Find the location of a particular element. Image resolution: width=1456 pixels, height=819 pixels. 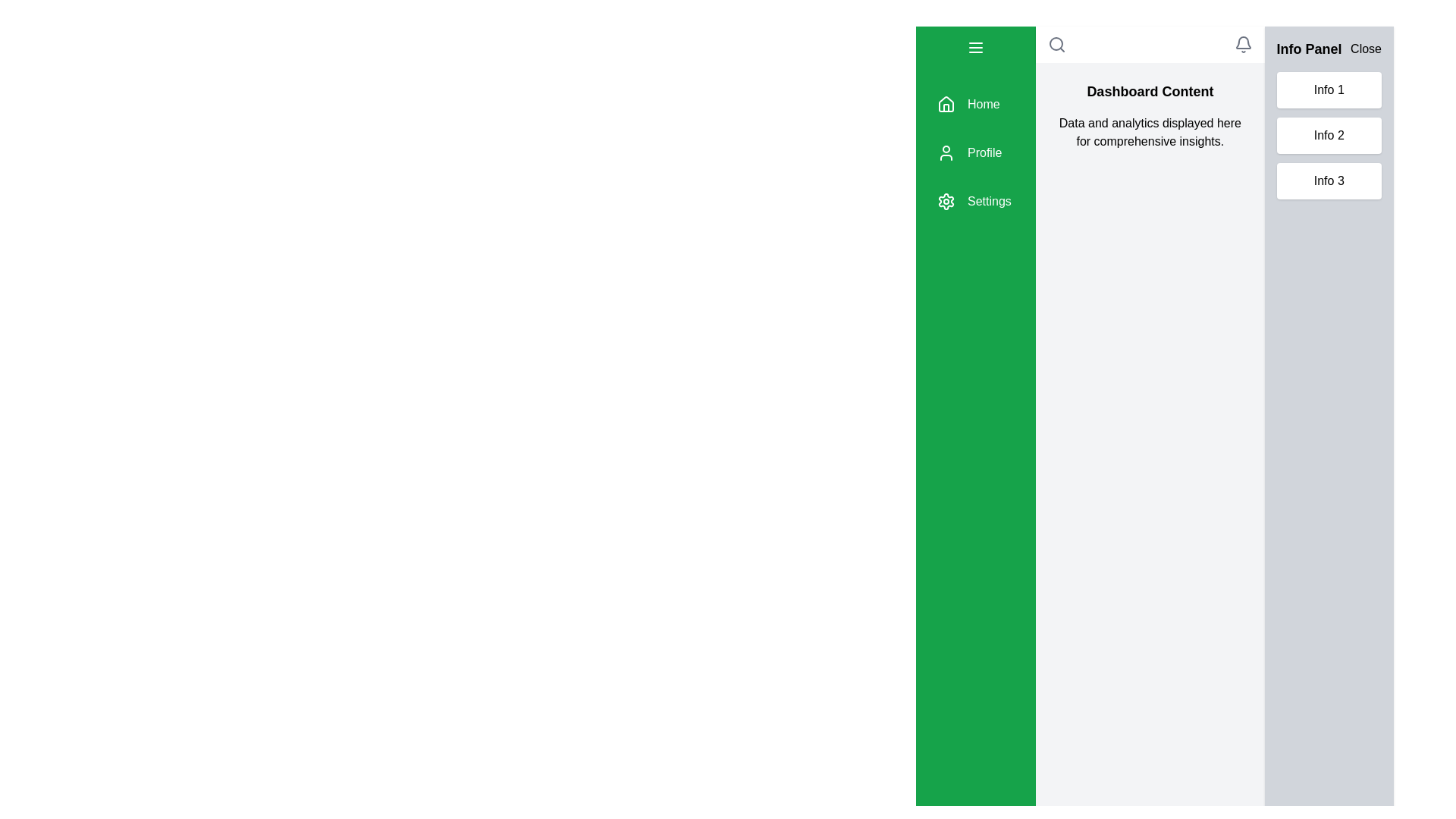

the 'Settings' button in the vertical navigation menu, which has a gear icon and a green background is located at coordinates (976, 201).